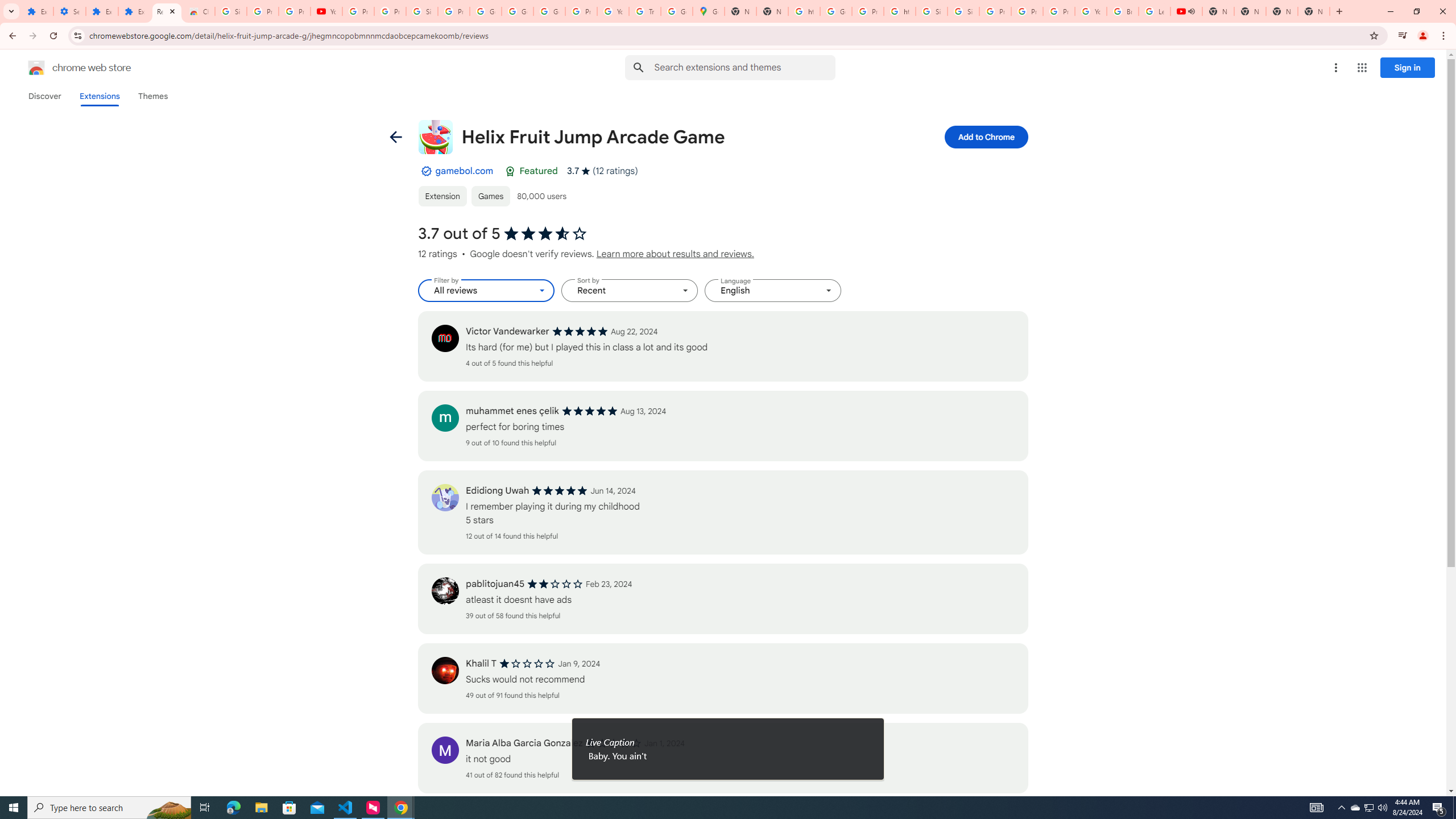  I want to click on 'Games', so click(490, 196).